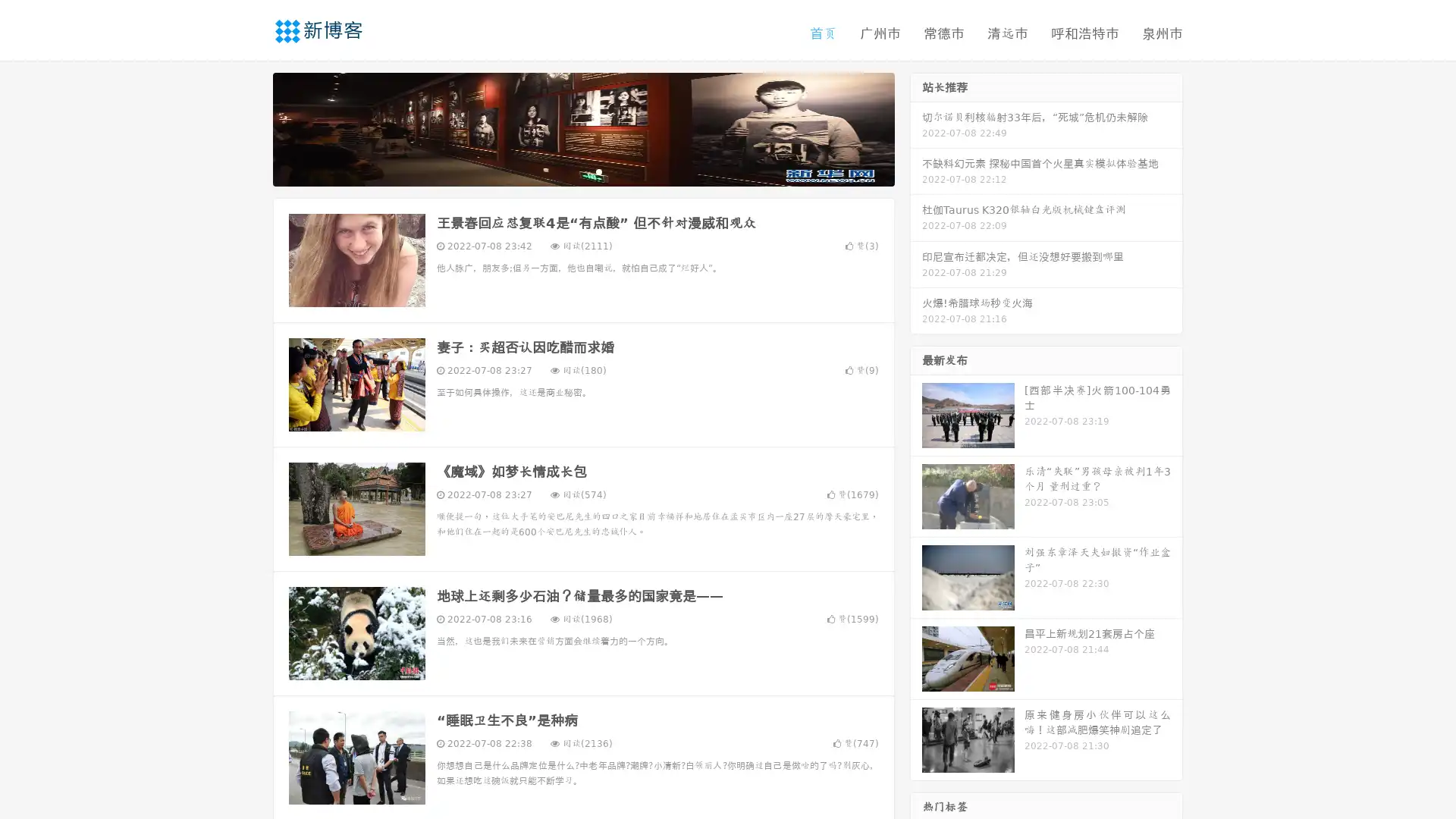 This screenshot has height=819, width=1456. What do you see at coordinates (250, 127) in the screenshot?
I see `Previous slide` at bounding box center [250, 127].